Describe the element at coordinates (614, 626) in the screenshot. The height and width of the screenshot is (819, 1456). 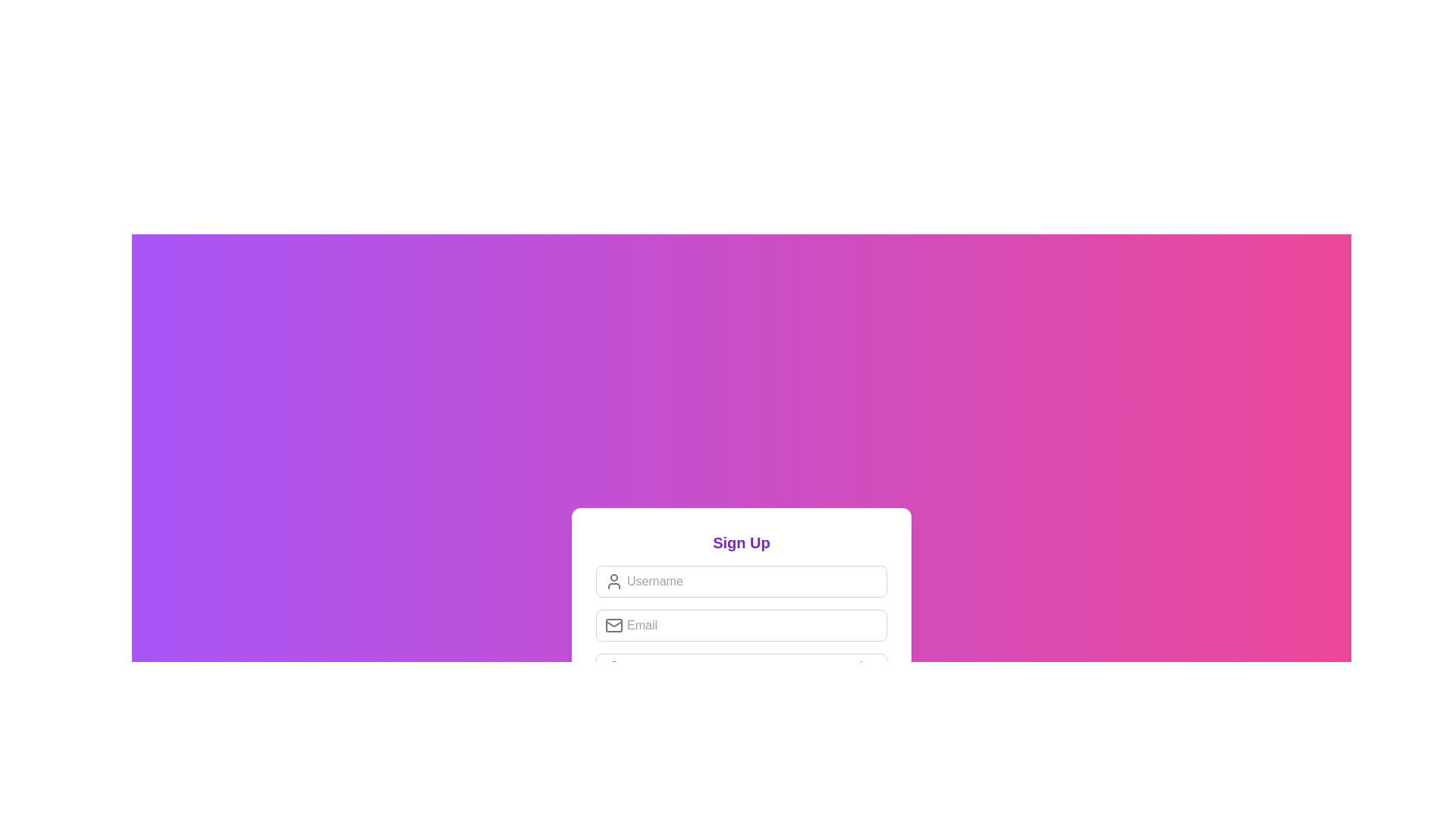
I see `SVG rectangle element representing the email icon, which is positioned to the left of the 'Email' input field in a form with a purple gradient background` at that location.